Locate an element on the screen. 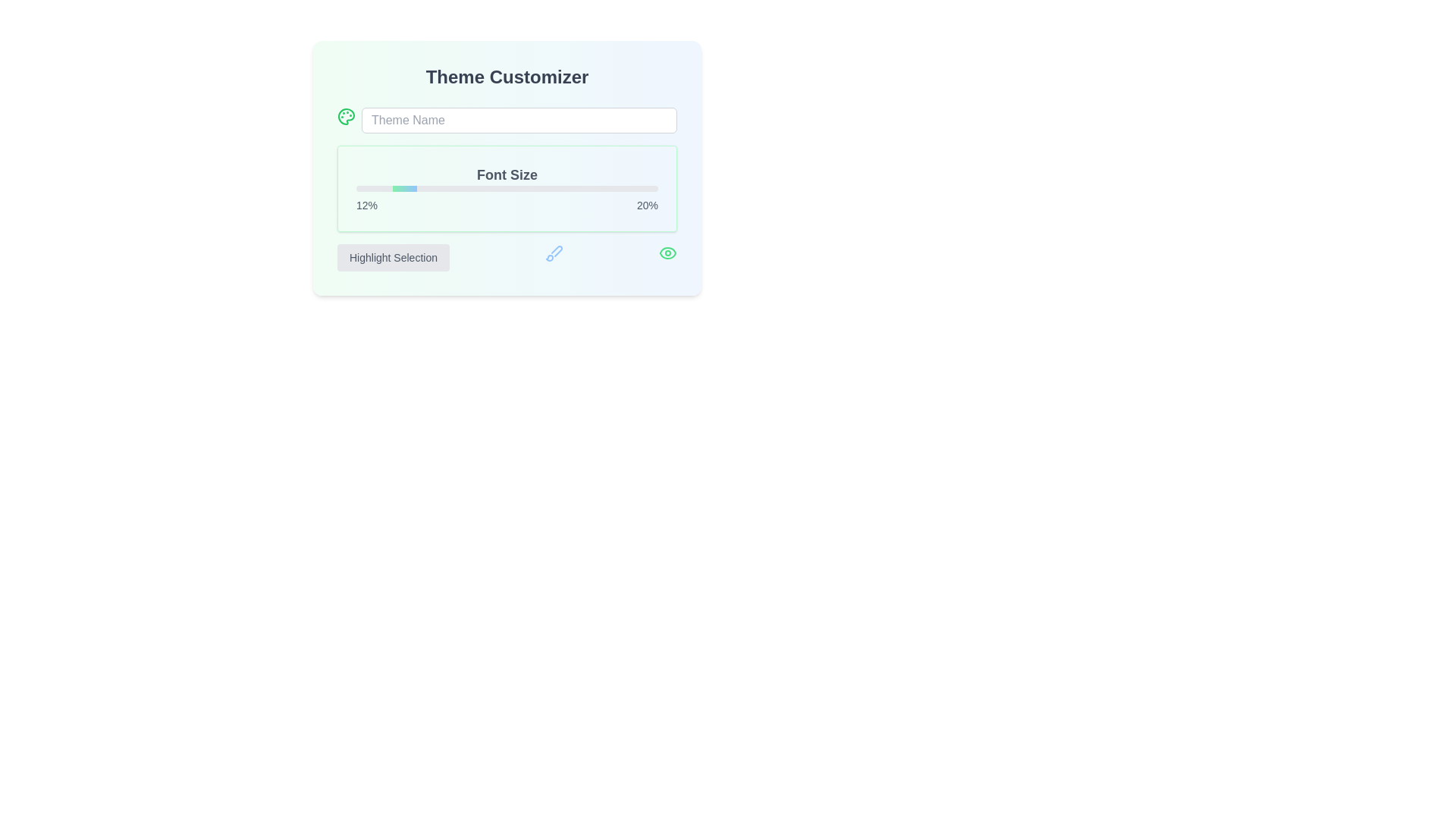 The height and width of the screenshot is (819, 1456). the font size is located at coordinates (476, 188).